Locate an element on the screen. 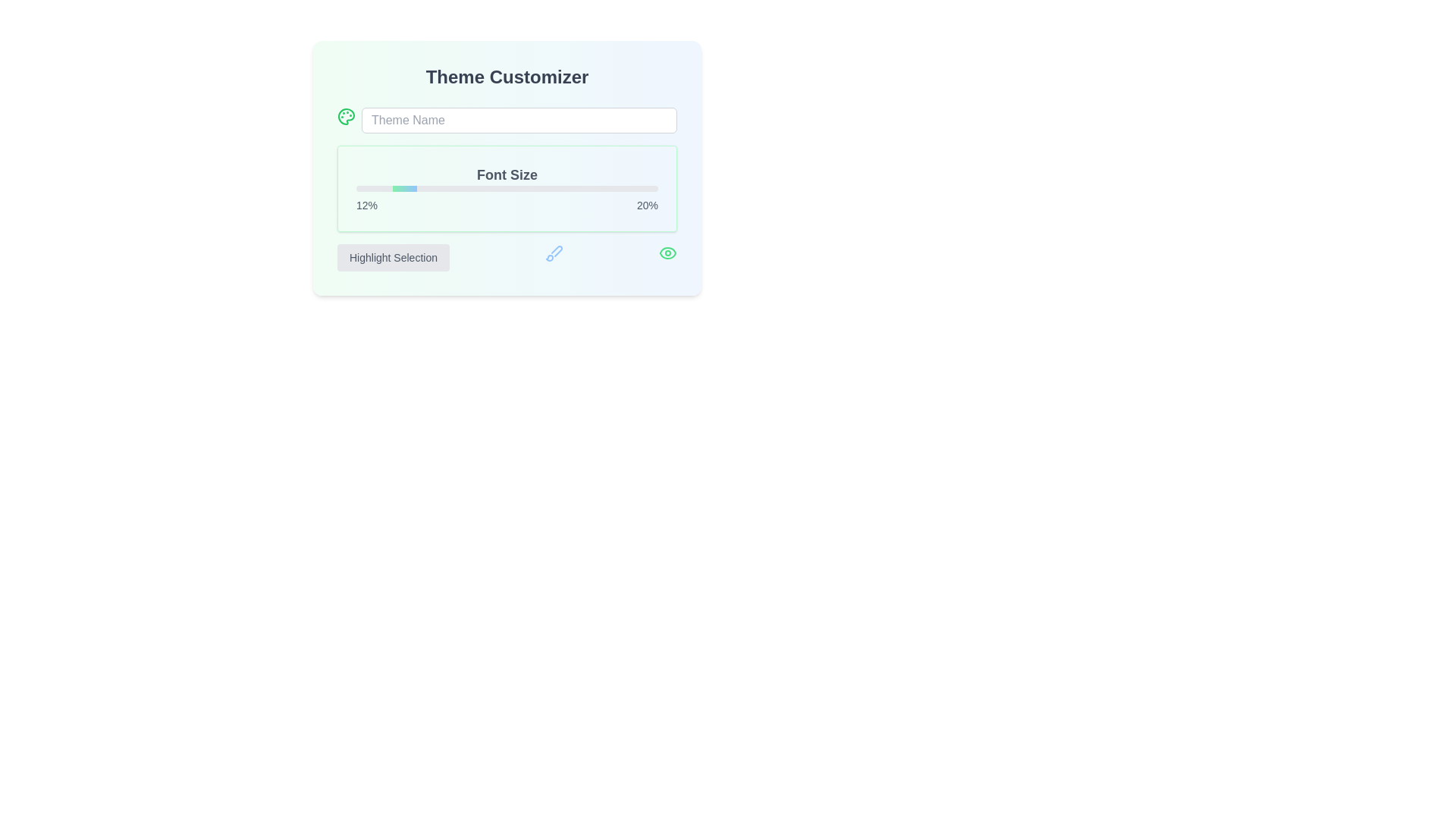 The height and width of the screenshot is (819, 1456). the font size is located at coordinates (476, 188).